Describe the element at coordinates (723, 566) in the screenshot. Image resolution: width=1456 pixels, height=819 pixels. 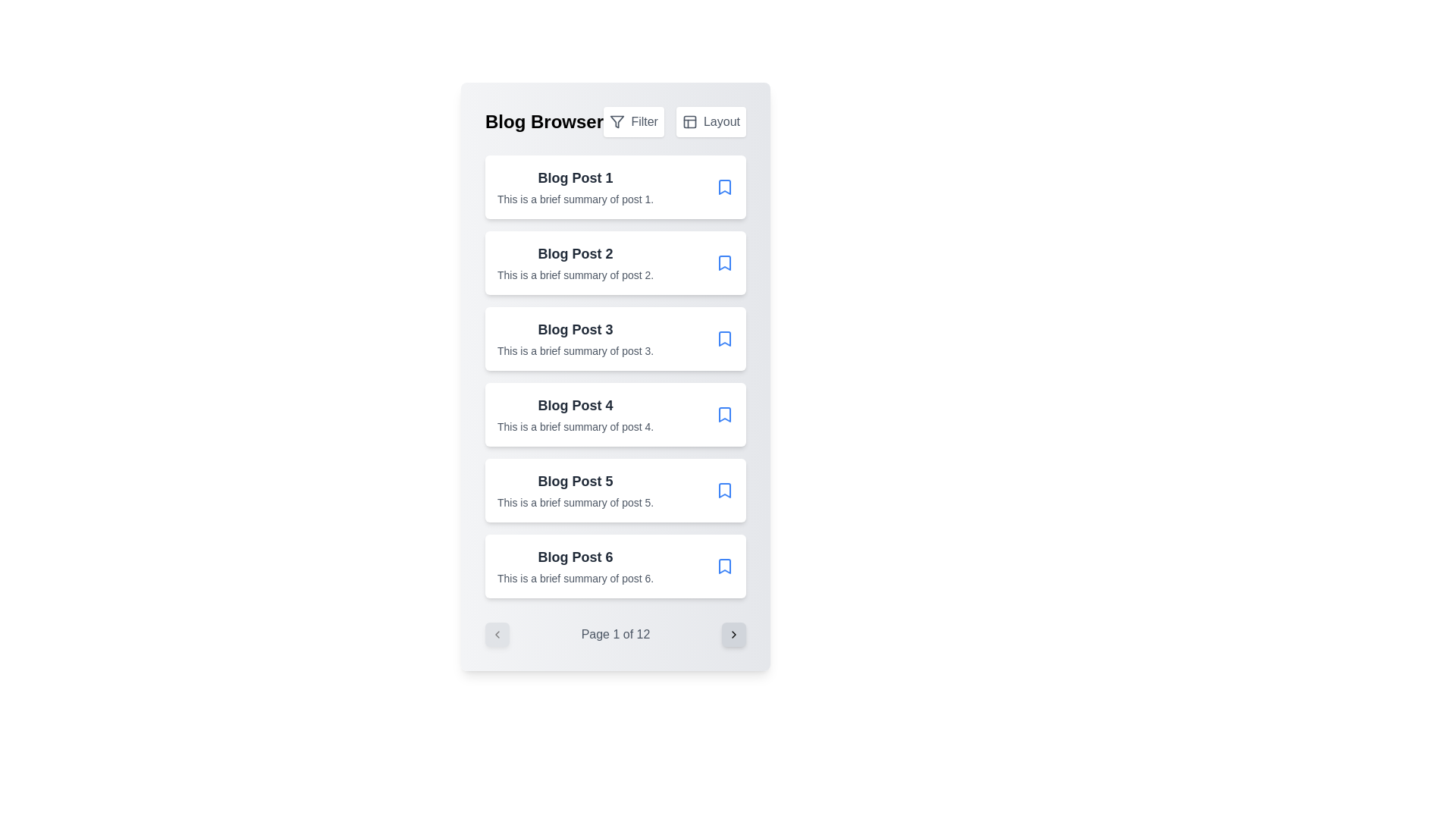
I see `the bookmark icon located to the far right of the sixth blog post entry, adjacent to the summary text 'This is a brief summary of post 6.'` at that location.